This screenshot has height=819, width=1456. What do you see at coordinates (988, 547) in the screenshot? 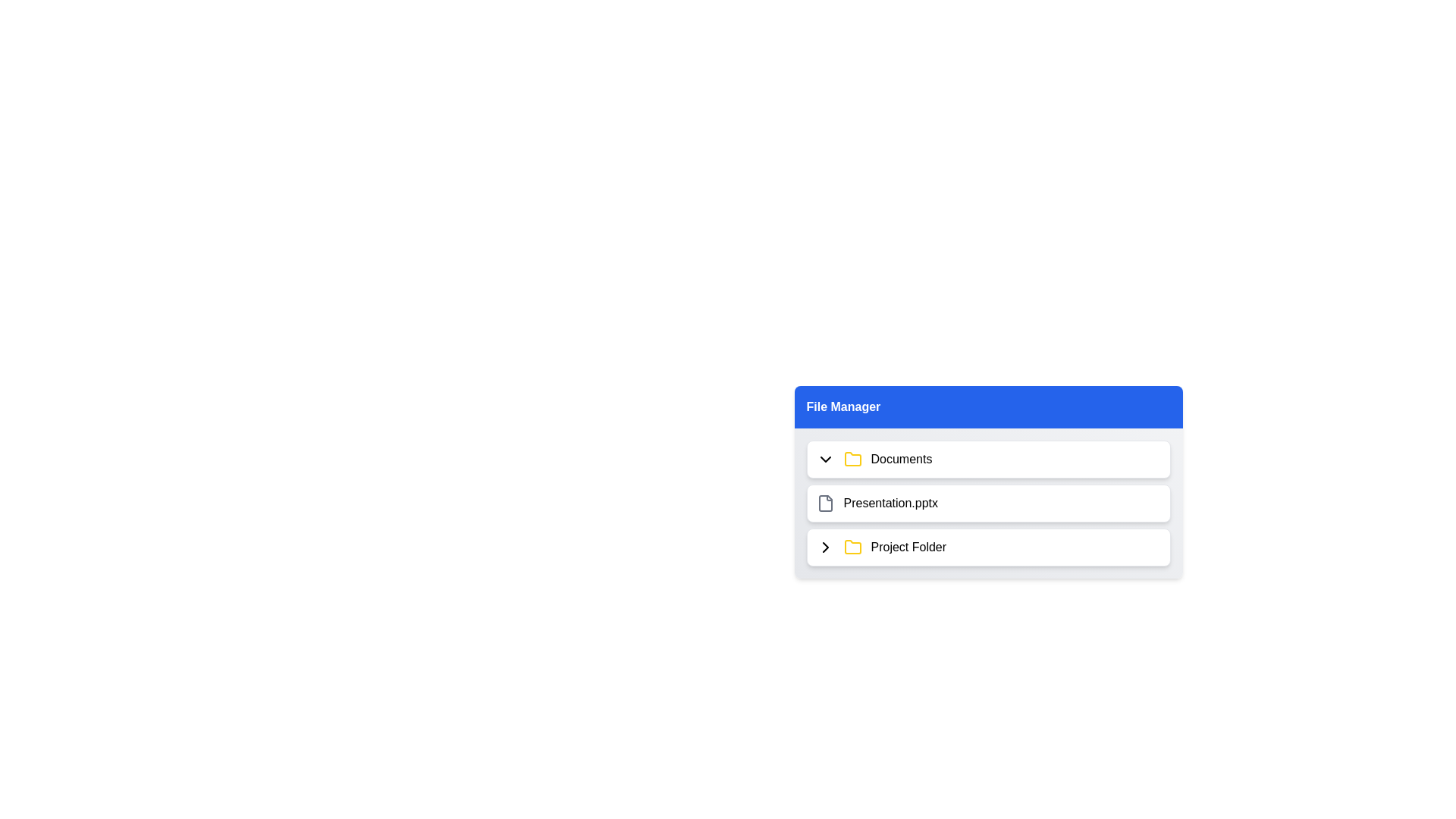
I see `the item Project Folder to observe its hover effect` at bounding box center [988, 547].